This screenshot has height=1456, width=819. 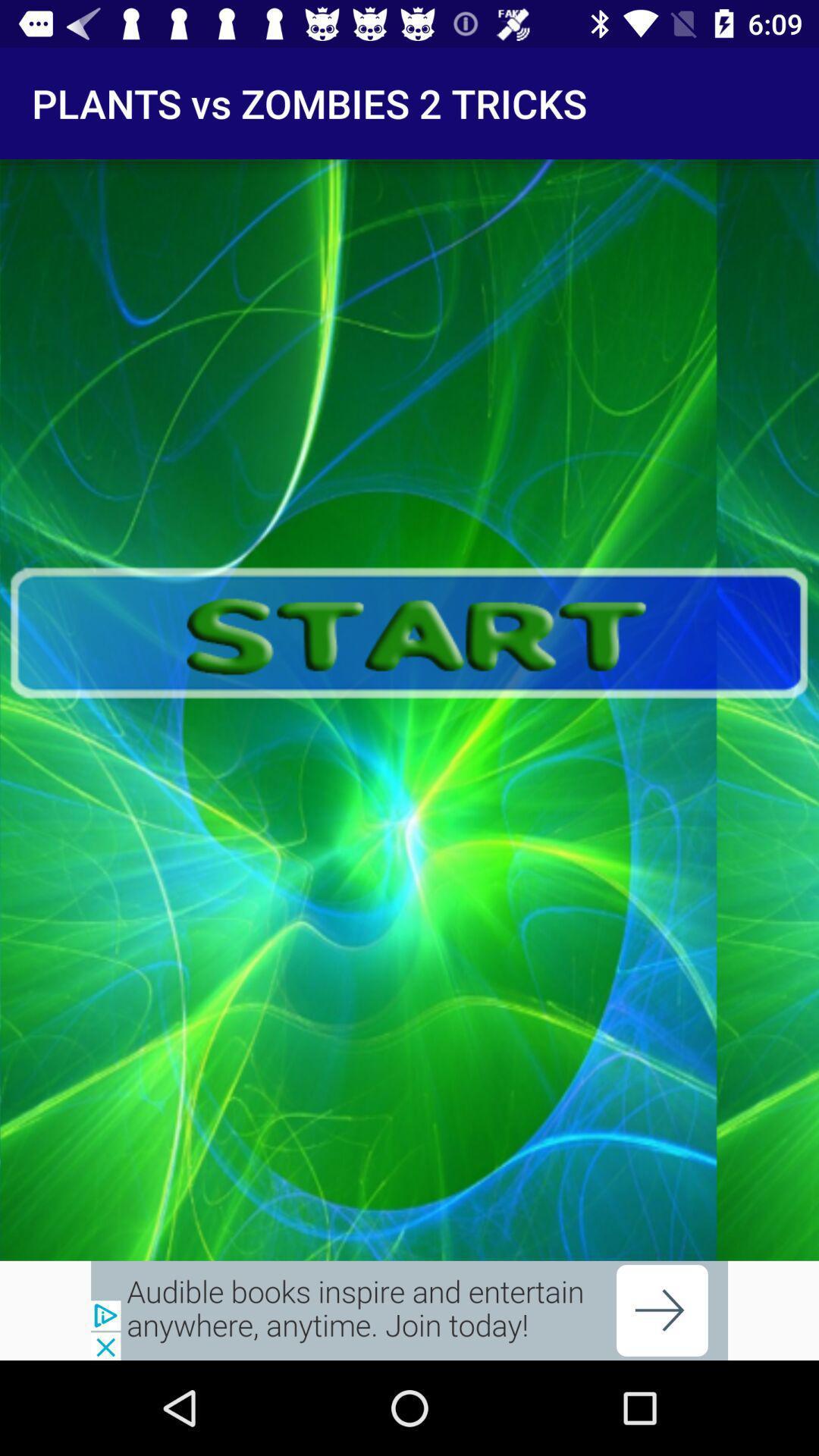 I want to click on advertisement, so click(x=409, y=1310).